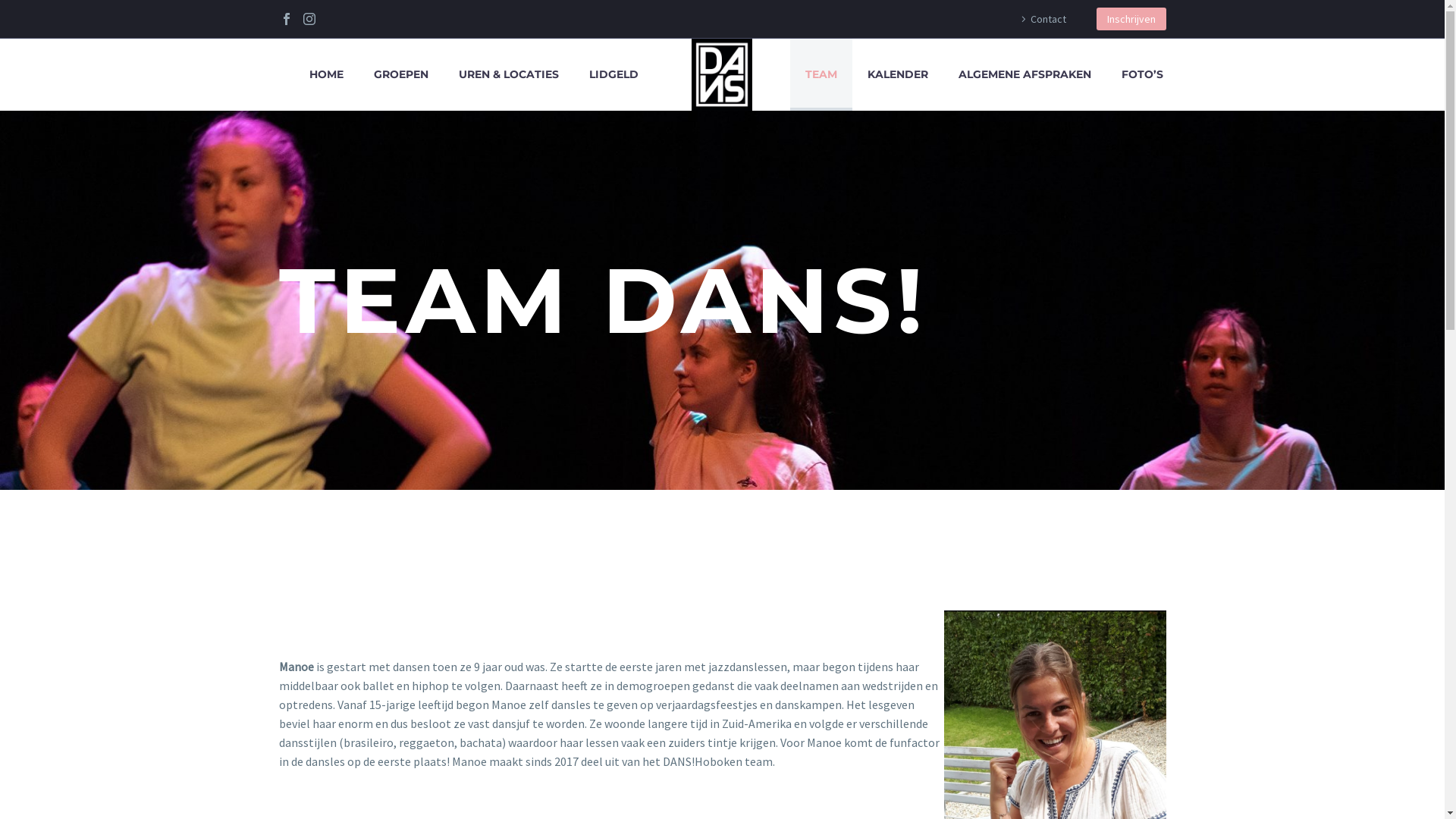  I want to click on 'Facebook', so click(286, 18).